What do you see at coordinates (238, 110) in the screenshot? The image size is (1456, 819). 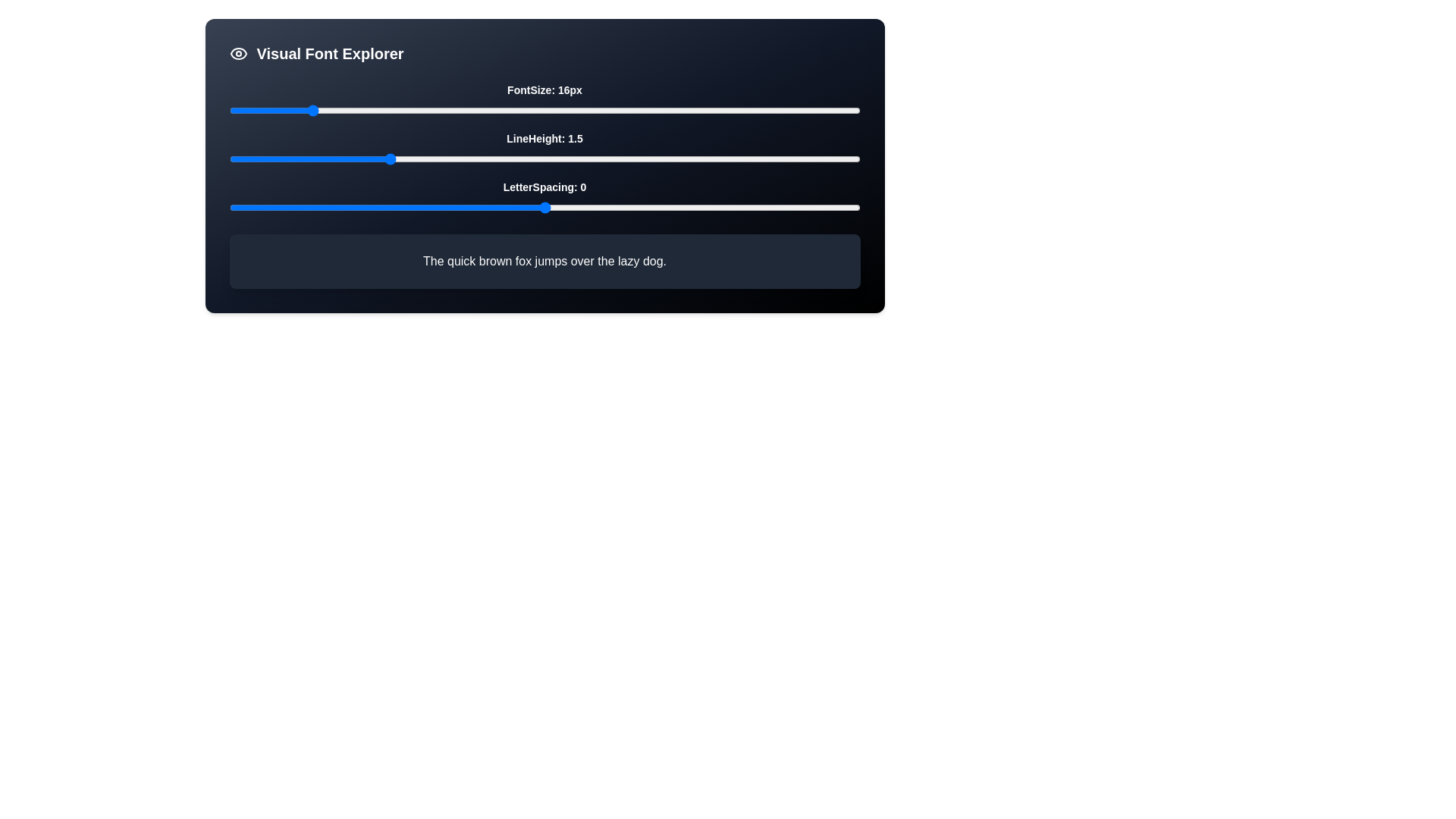 I see `the font size slider to 9 pixels` at bounding box center [238, 110].